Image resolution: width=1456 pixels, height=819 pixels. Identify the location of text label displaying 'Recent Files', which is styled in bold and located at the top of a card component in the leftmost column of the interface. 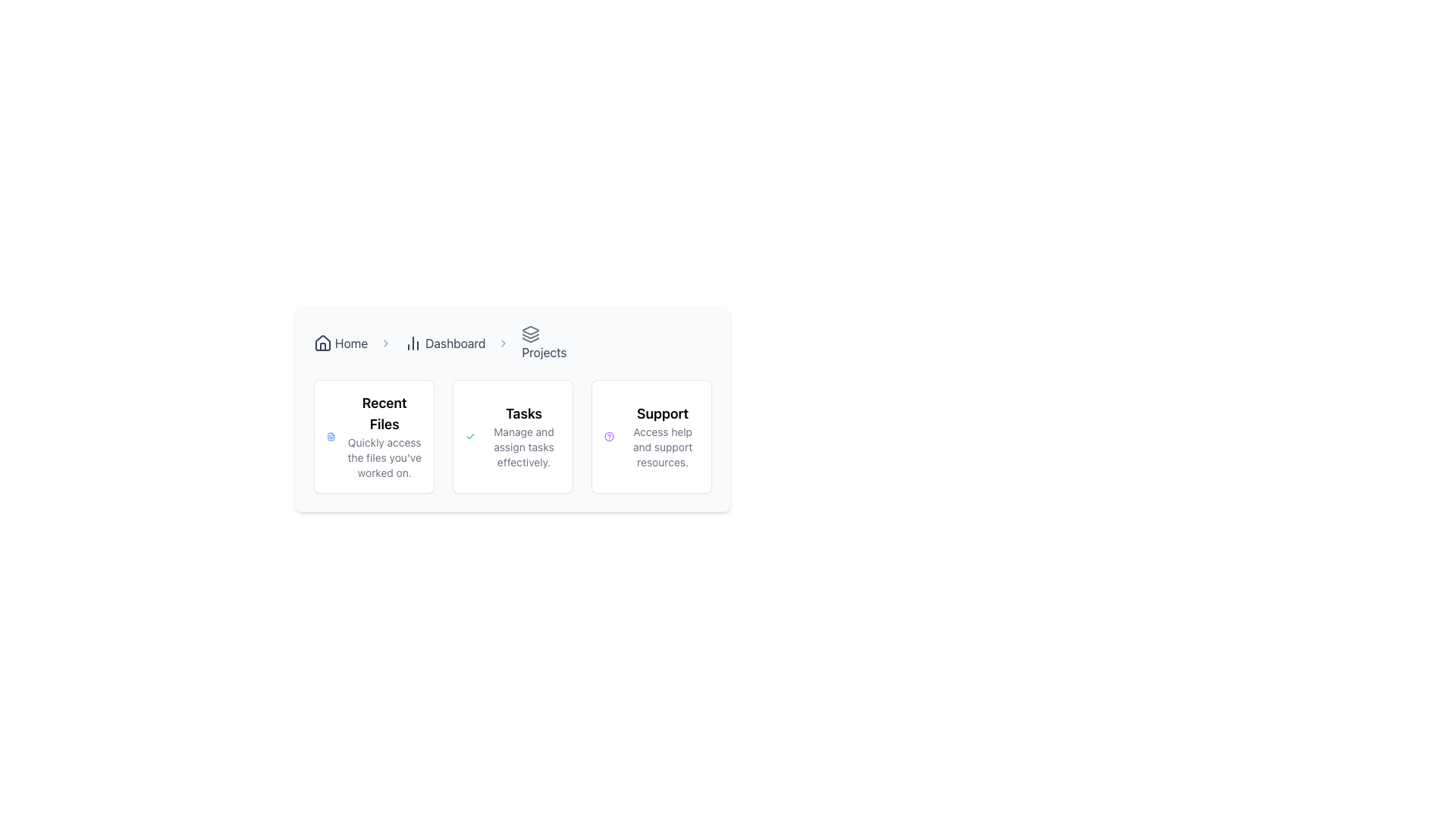
(384, 414).